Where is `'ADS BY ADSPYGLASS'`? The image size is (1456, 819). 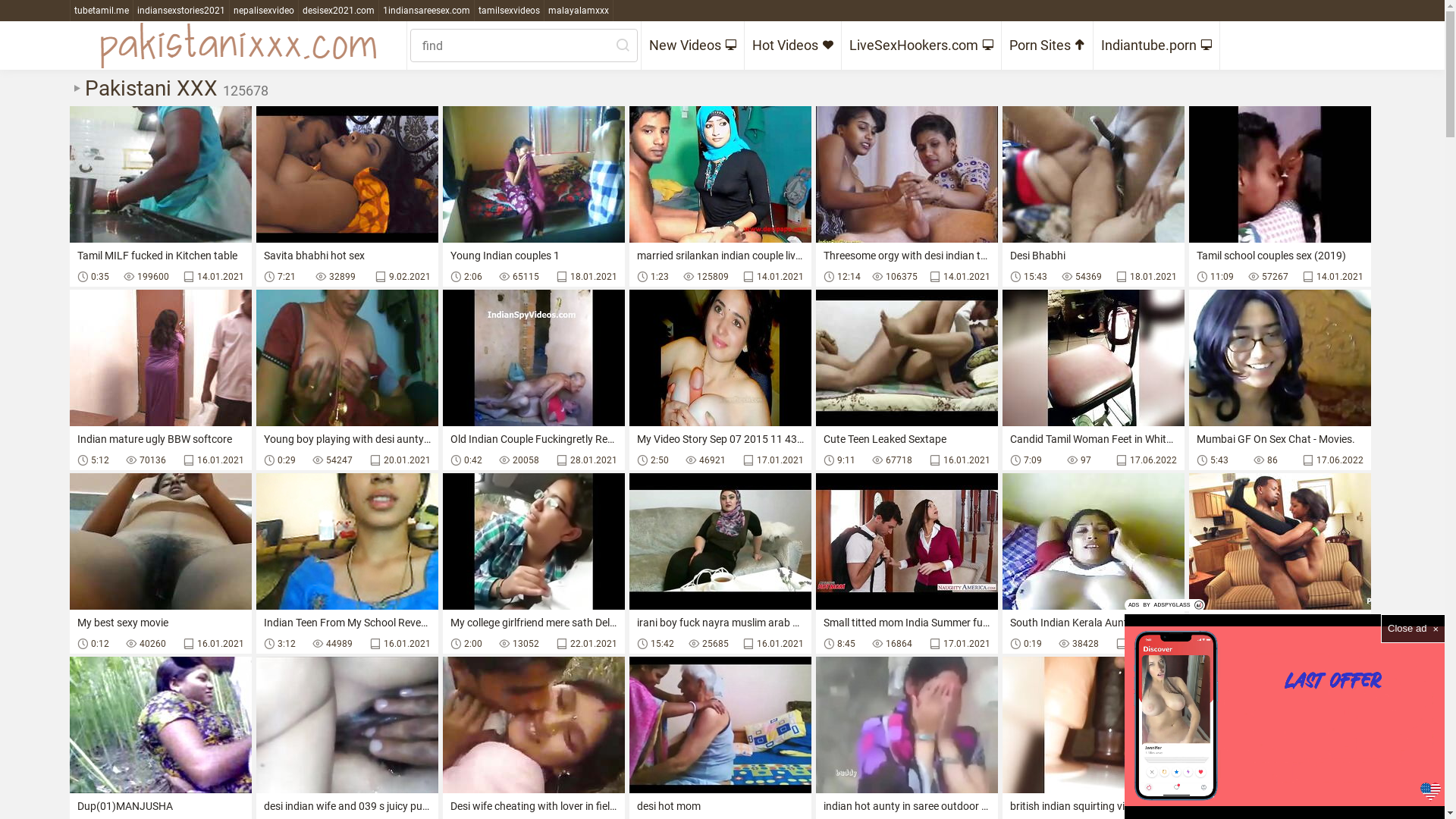
'ADS BY ADSPYGLASS' is located at coordinates (1164, 604).